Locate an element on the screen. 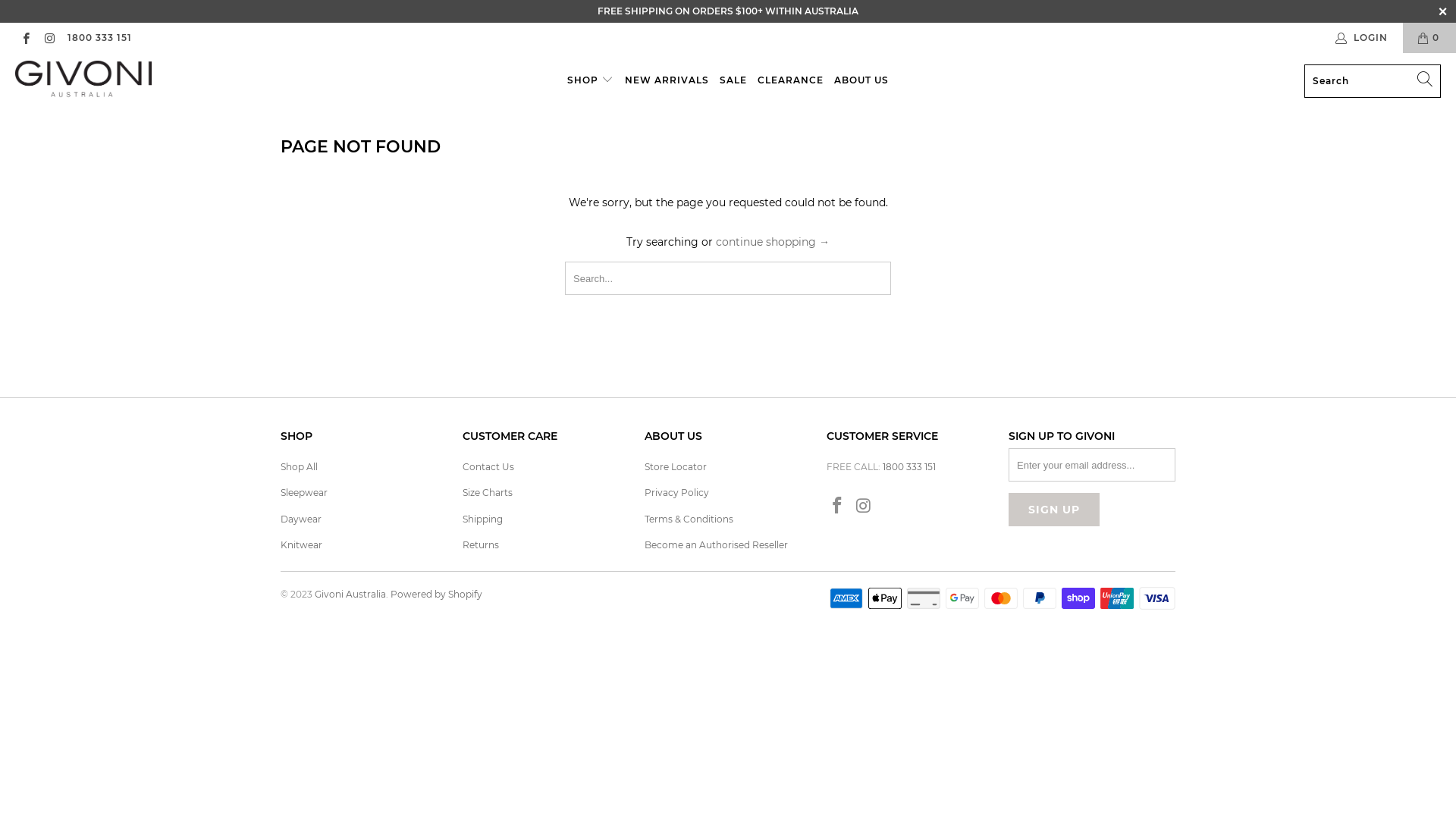 The height and width of the screenshot is (819, 1456). 'Givoni Australia' is located at coordinates (83, 80).